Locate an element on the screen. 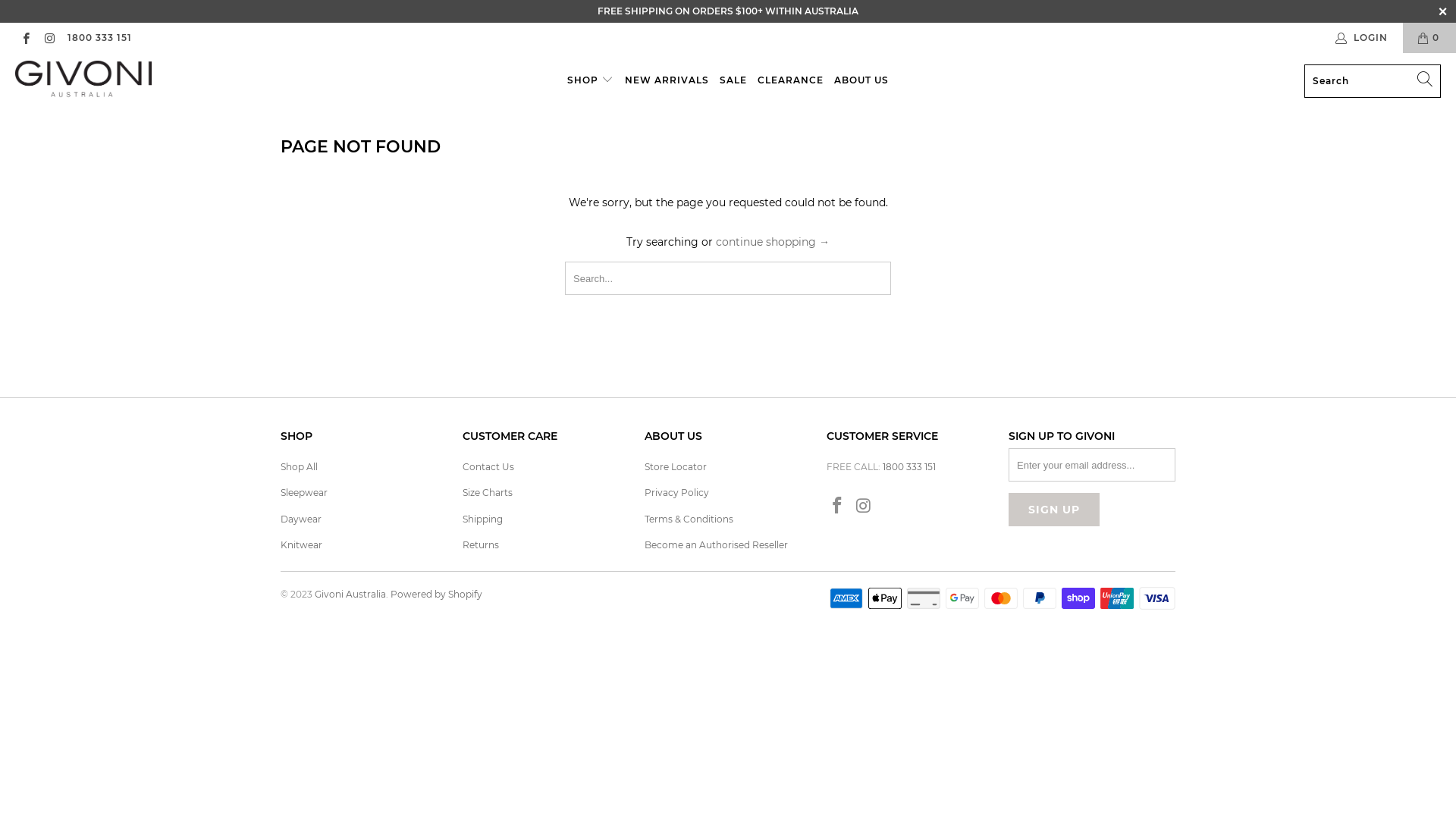 The height and width of the screenshot is (819, 1456). 'Givoni Australia' is located at coordinates (83, 80).